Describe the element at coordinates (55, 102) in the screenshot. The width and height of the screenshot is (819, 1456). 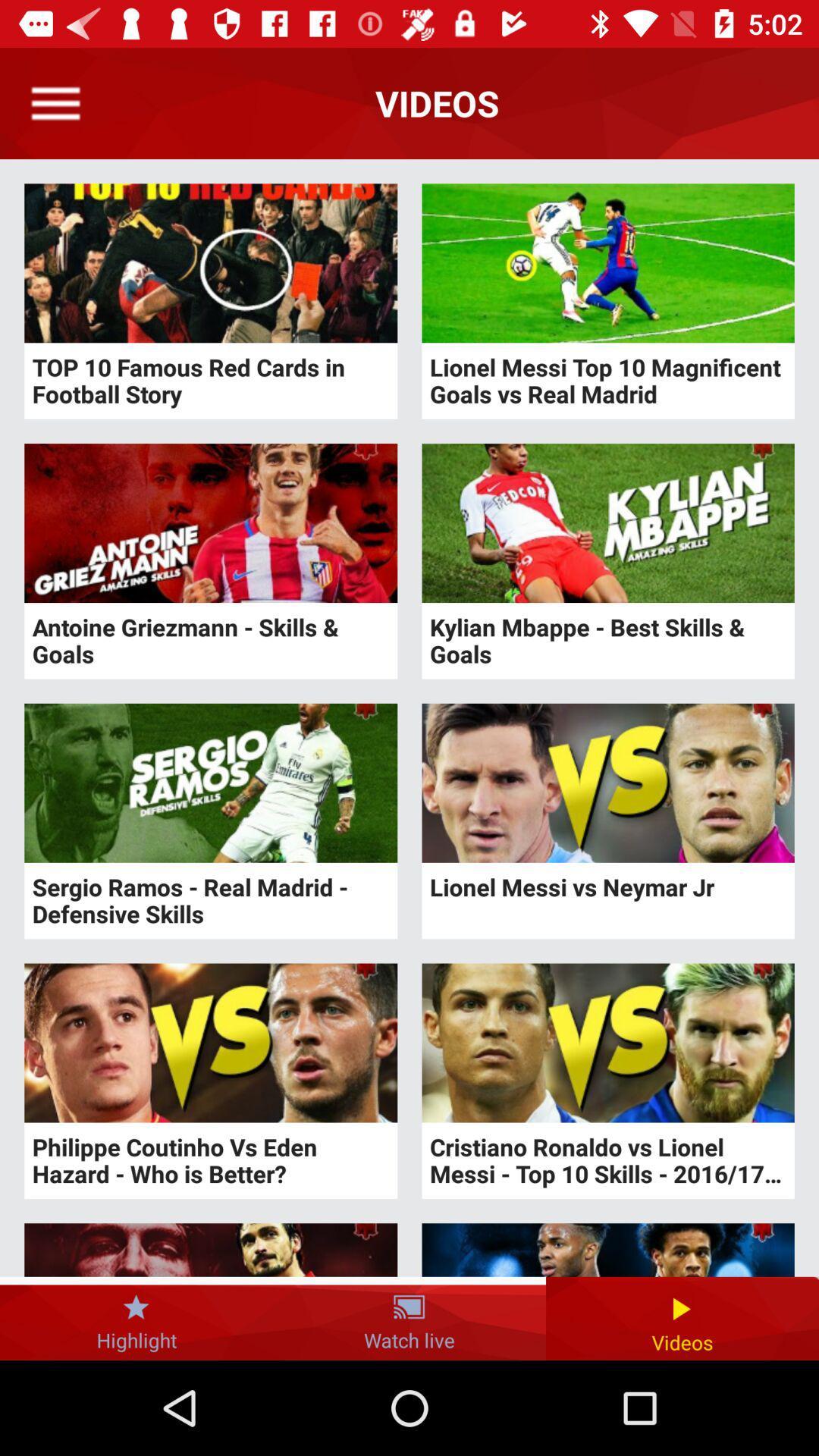
I see `the menu icon` at that location.